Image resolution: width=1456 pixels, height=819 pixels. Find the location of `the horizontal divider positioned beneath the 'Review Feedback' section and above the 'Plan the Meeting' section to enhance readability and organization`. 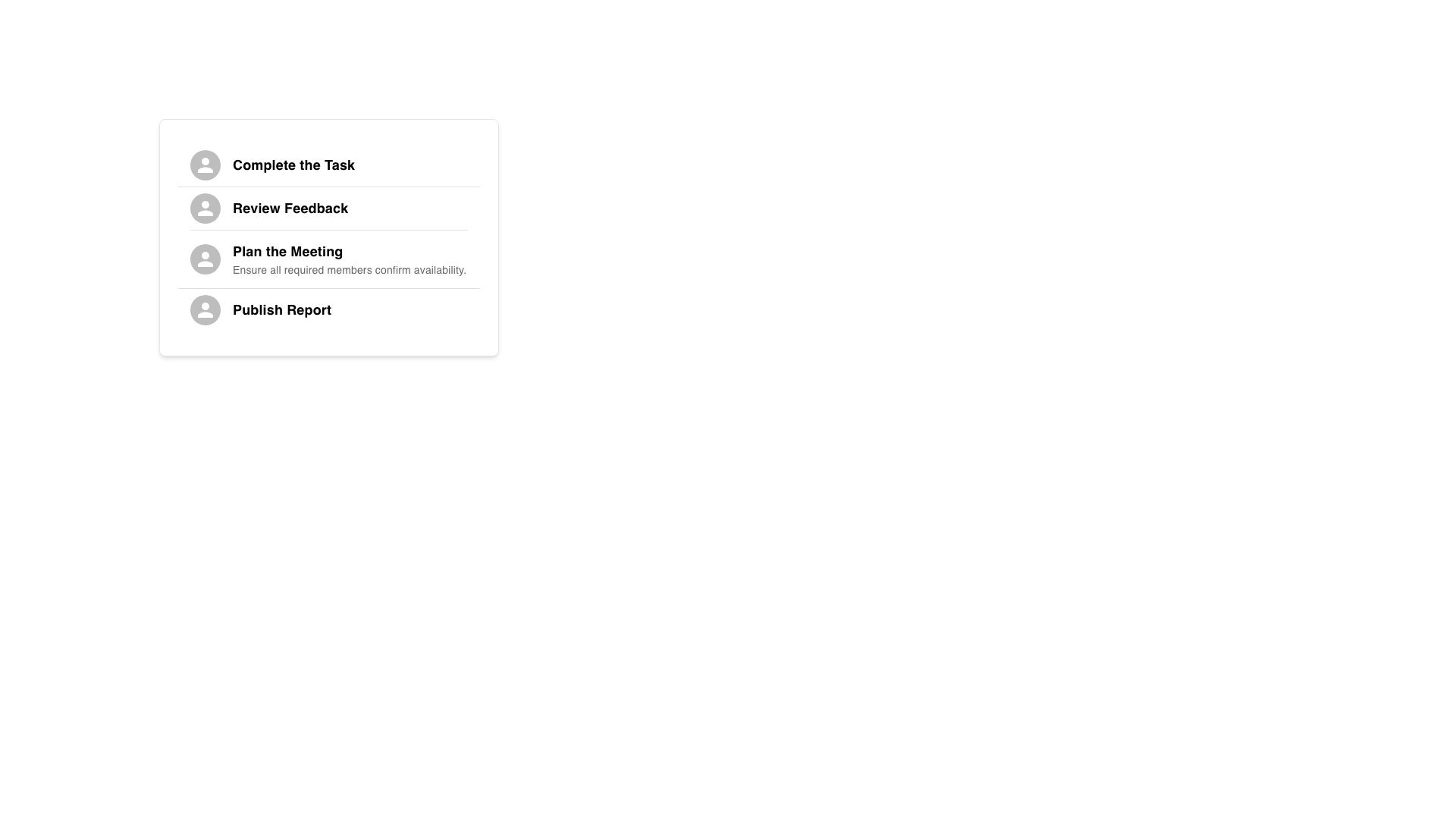

the horizontal divider positioned beneath the 'Review Feedback' section and above the 'Plan the Meeting' section to enhance readability and organization is located at coordinates (328, 230).